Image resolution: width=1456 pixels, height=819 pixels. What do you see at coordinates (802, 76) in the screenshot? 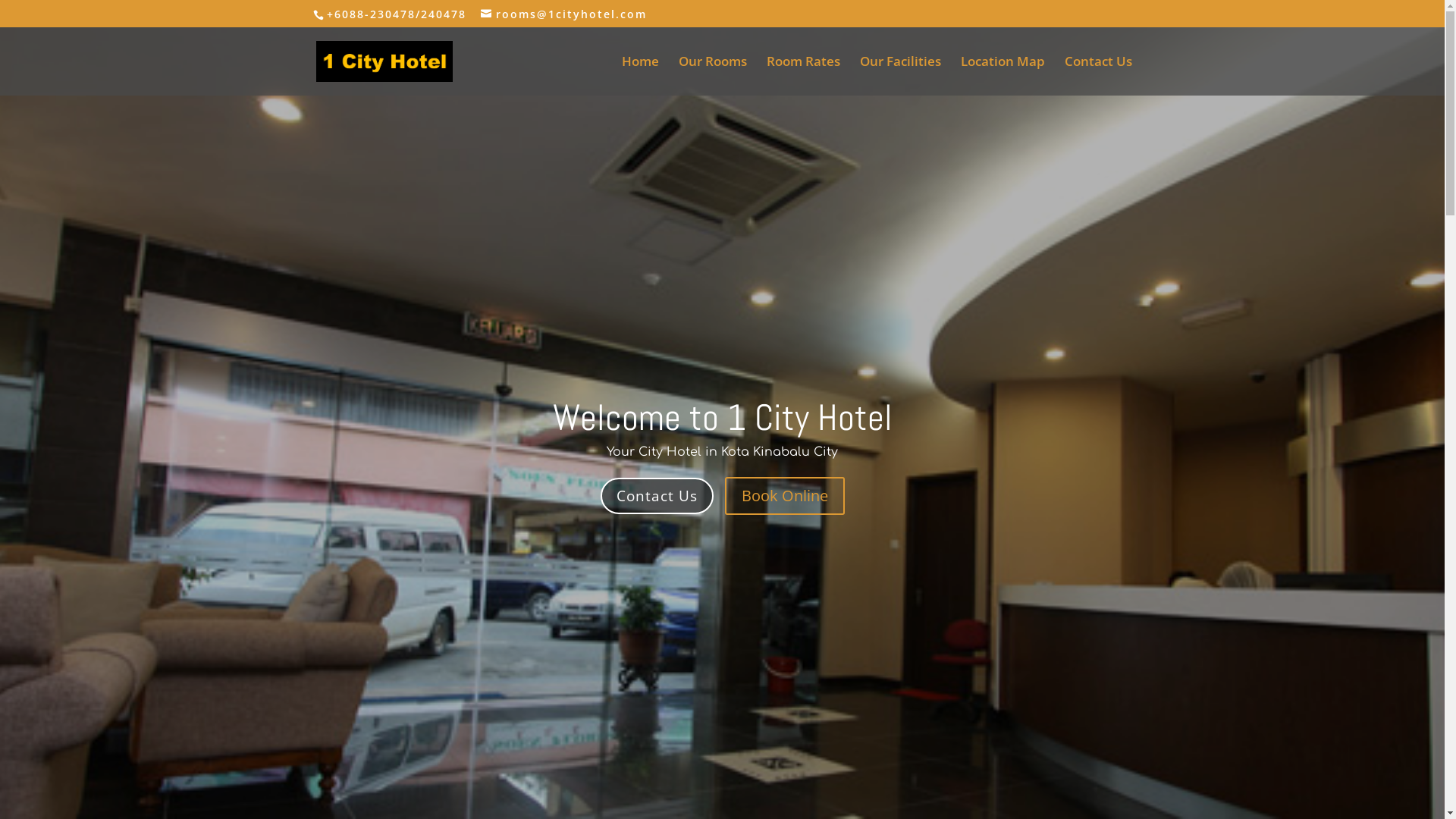
I see `'Room Rates'` at bounding box center [802, 76].